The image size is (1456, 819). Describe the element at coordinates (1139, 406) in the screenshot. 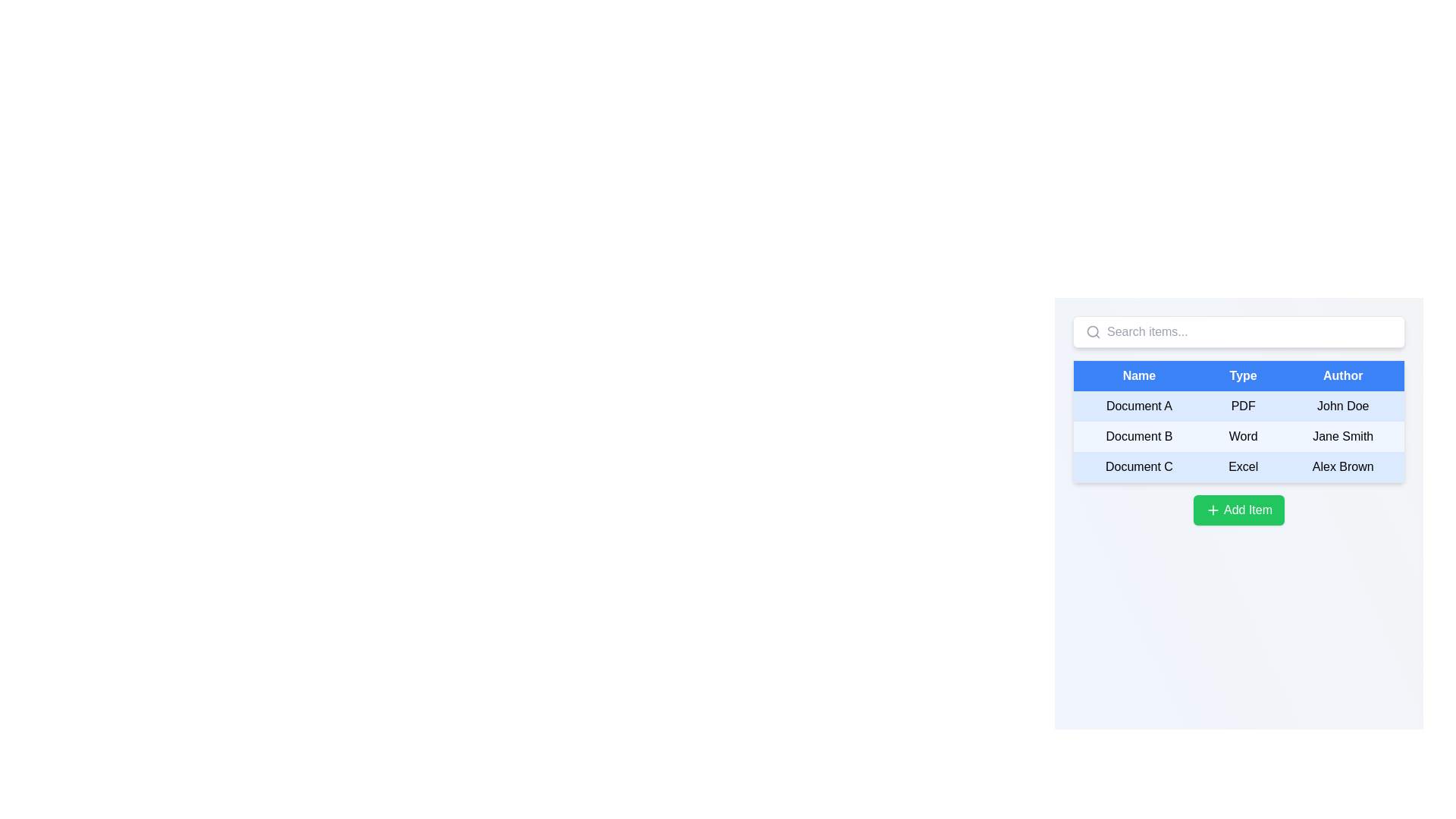

I see `the document name label displayed in the first row of the table under the 'Name' column, which is adjacent to 'PDF' and 'John Doe'` at that location.